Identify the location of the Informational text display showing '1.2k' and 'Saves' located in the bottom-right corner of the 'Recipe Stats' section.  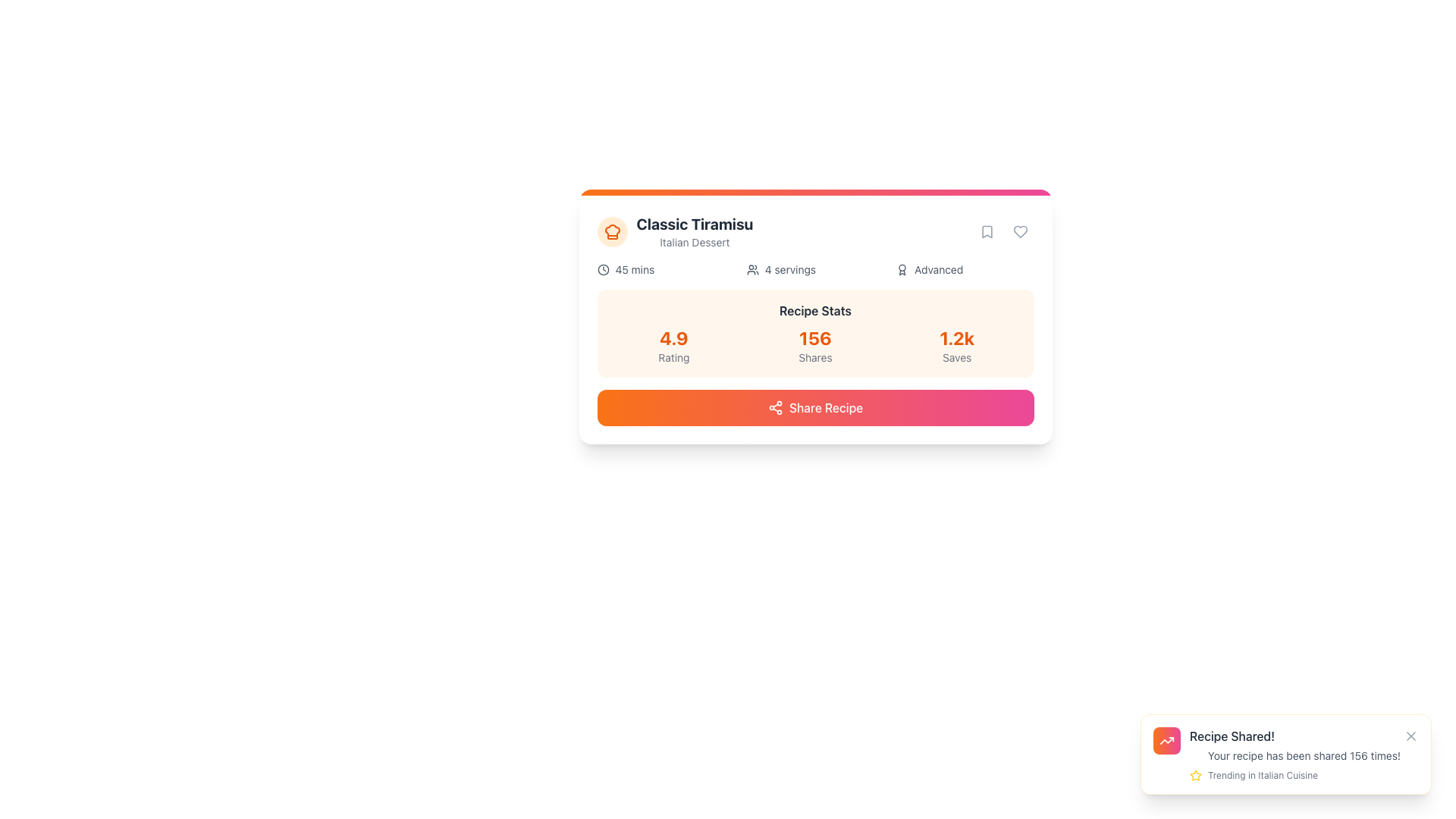
(956, 345).